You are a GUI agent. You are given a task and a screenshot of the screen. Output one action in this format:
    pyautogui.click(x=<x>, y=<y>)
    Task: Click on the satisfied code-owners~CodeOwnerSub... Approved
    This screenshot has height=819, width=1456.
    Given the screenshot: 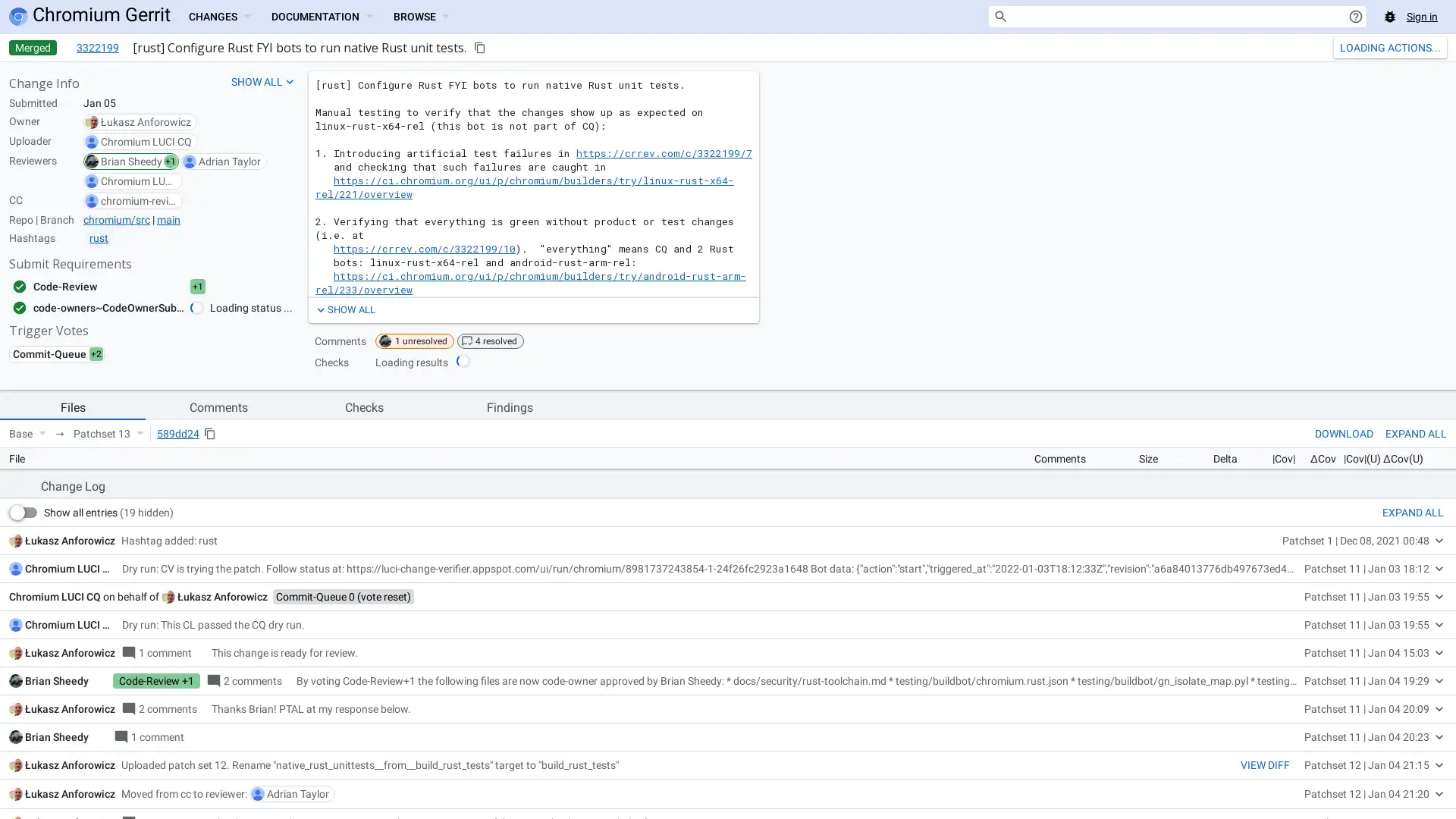 What is the action you would take?
    pyautogui.click(x=124, y=307)
    